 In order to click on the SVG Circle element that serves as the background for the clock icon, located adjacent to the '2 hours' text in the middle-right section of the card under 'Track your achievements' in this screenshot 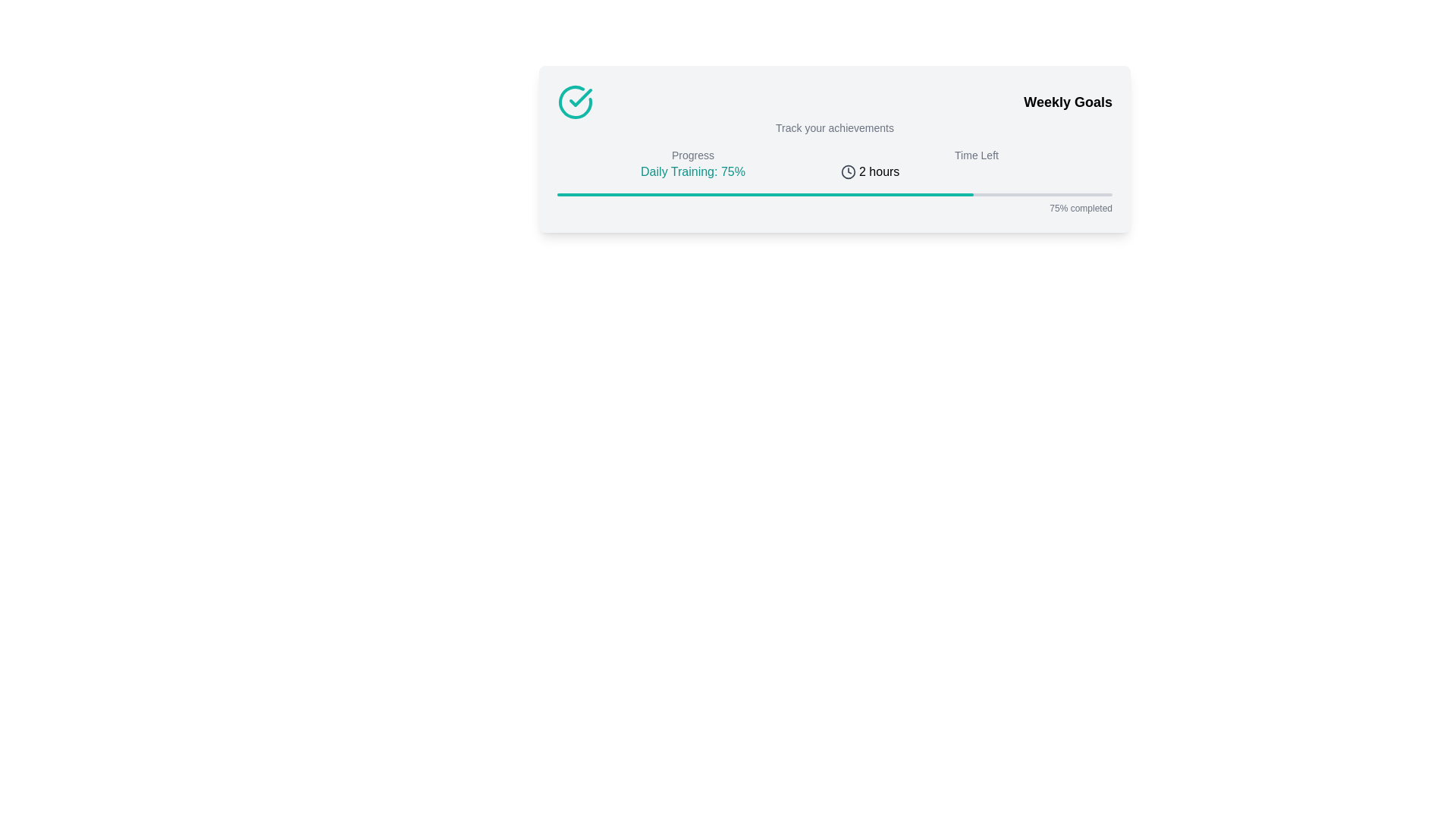, I will do `click(847, 171)`.